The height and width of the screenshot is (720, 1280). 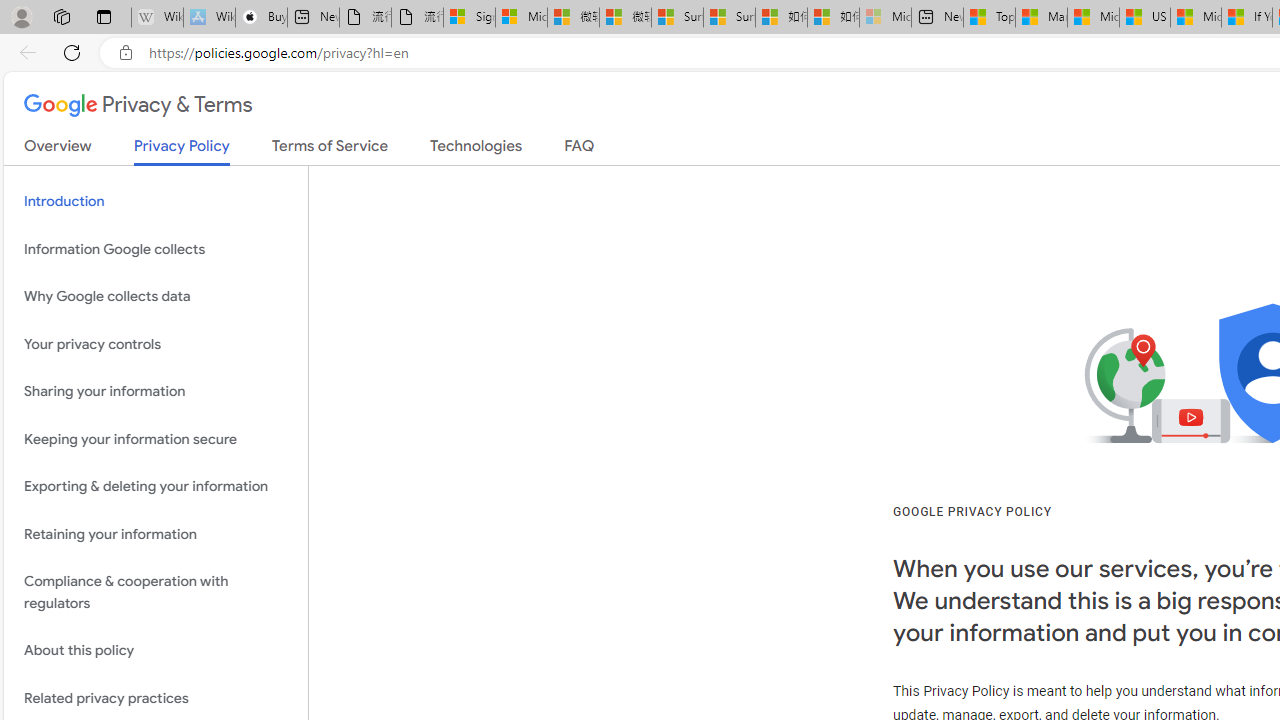 I want to click on 'Top Stories - MSN', so click(x=989, y=17).